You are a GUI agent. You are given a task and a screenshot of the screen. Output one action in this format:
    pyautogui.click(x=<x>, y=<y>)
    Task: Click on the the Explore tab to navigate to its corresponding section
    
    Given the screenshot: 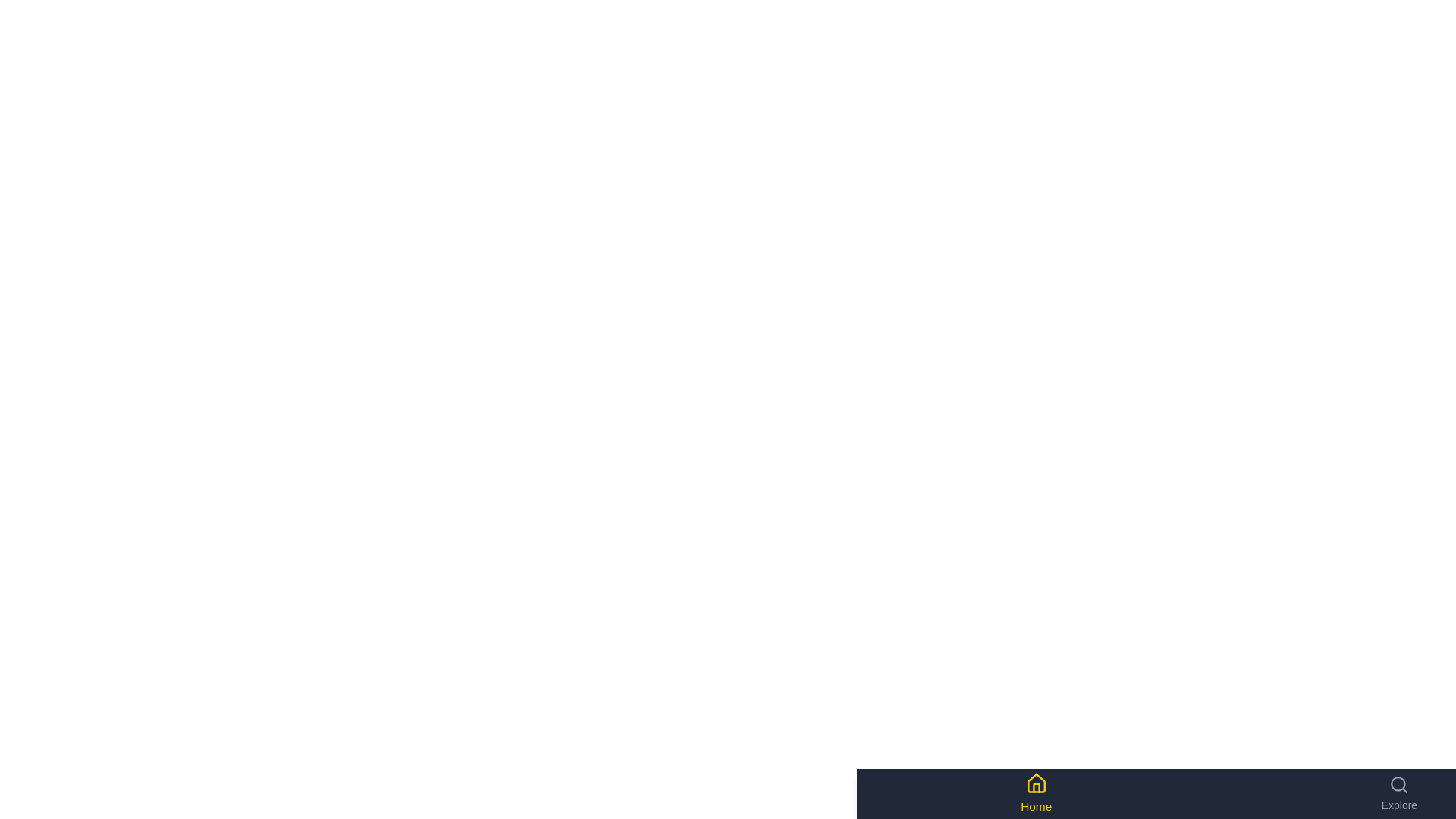 What is the action you would take?
    pyautogui.click(x=1398, y=792)
    